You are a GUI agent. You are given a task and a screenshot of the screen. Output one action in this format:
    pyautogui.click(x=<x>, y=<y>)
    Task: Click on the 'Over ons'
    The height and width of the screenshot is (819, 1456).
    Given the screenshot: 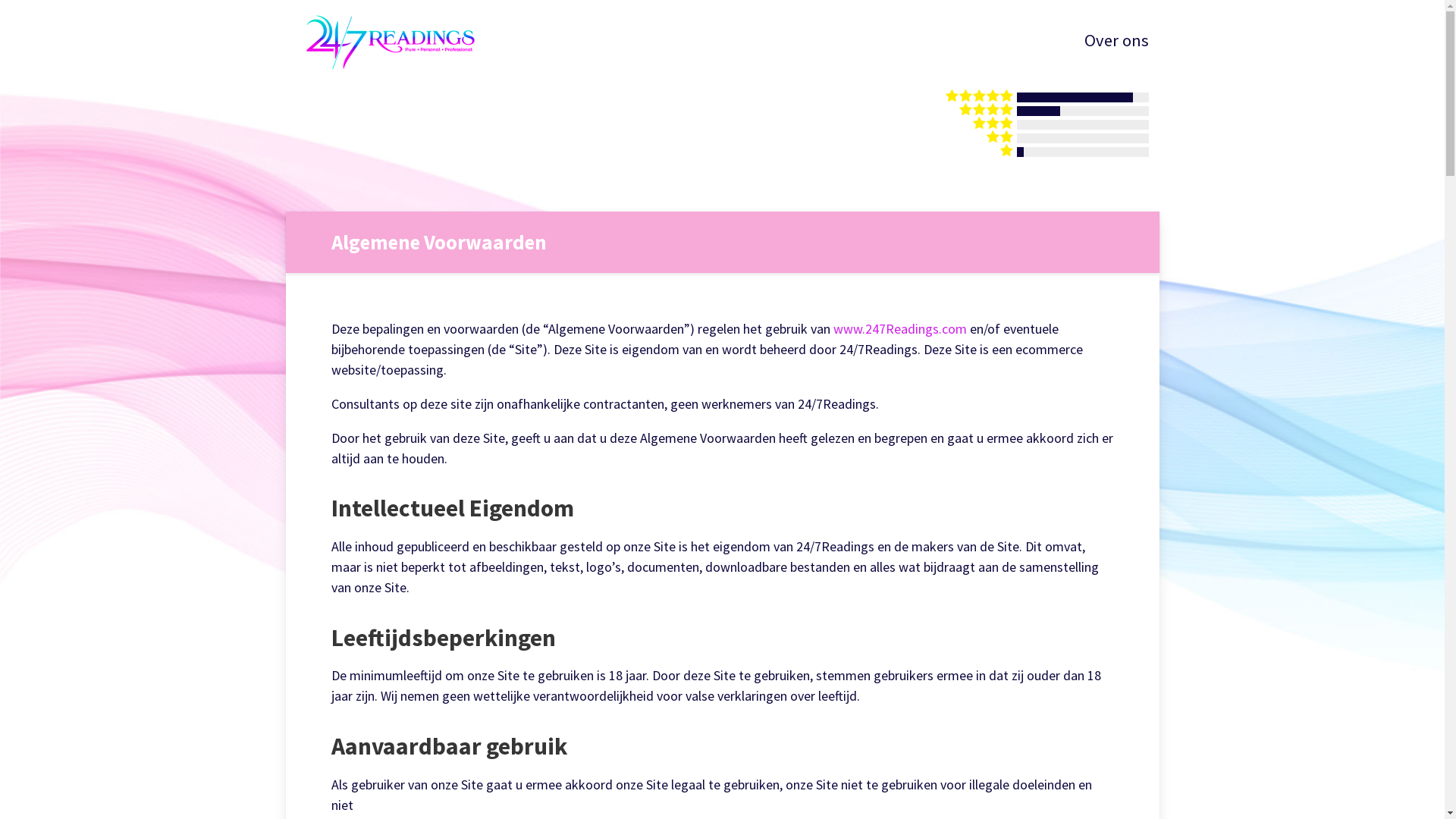 What is the action you would take?
    pyautogui.click(x=1116, y=40)
    